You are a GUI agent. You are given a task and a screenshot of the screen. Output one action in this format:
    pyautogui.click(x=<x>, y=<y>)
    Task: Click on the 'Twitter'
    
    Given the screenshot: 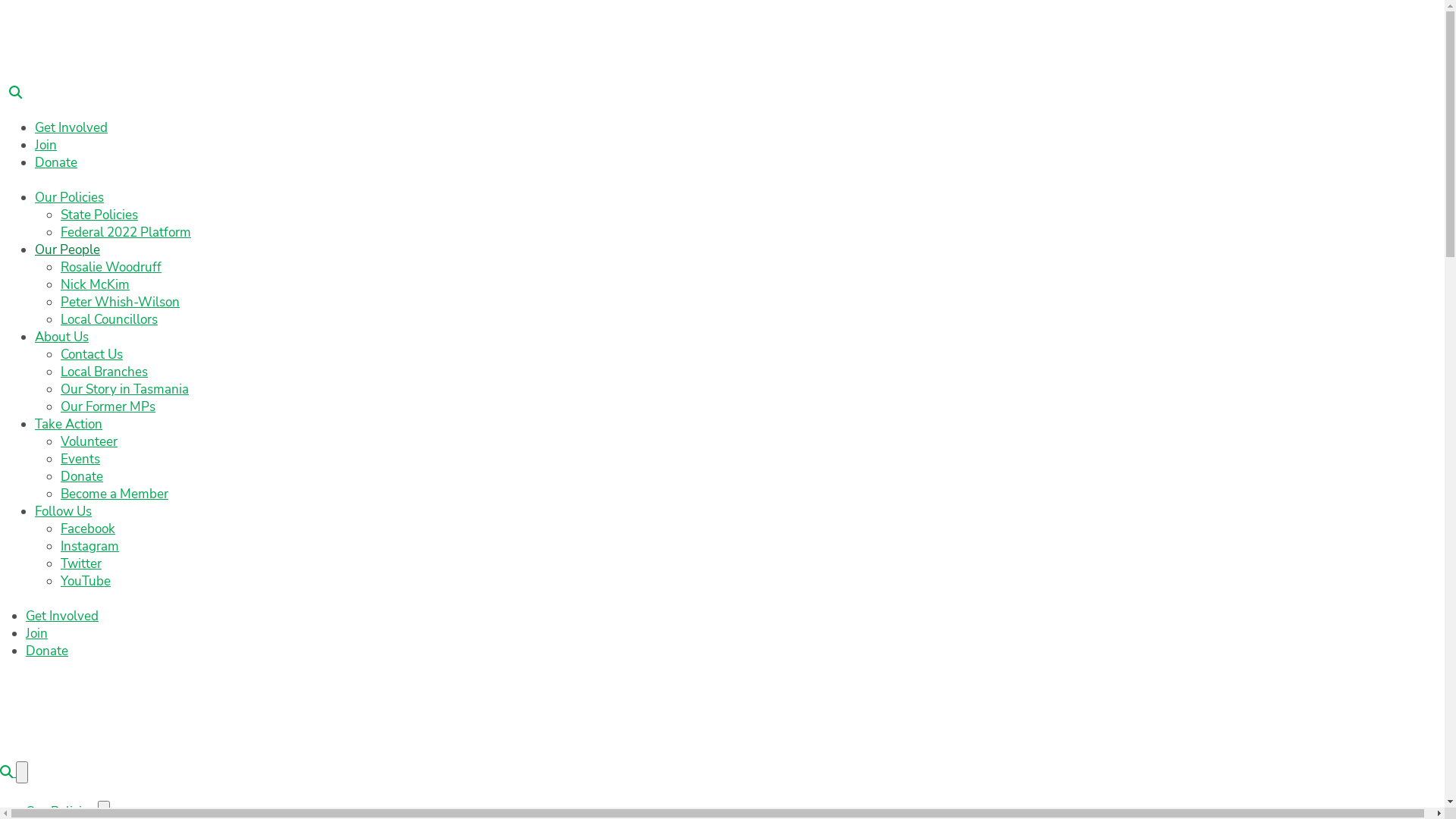 What is the action you would take?
    pyautogui.click(x=80, y=563)
    